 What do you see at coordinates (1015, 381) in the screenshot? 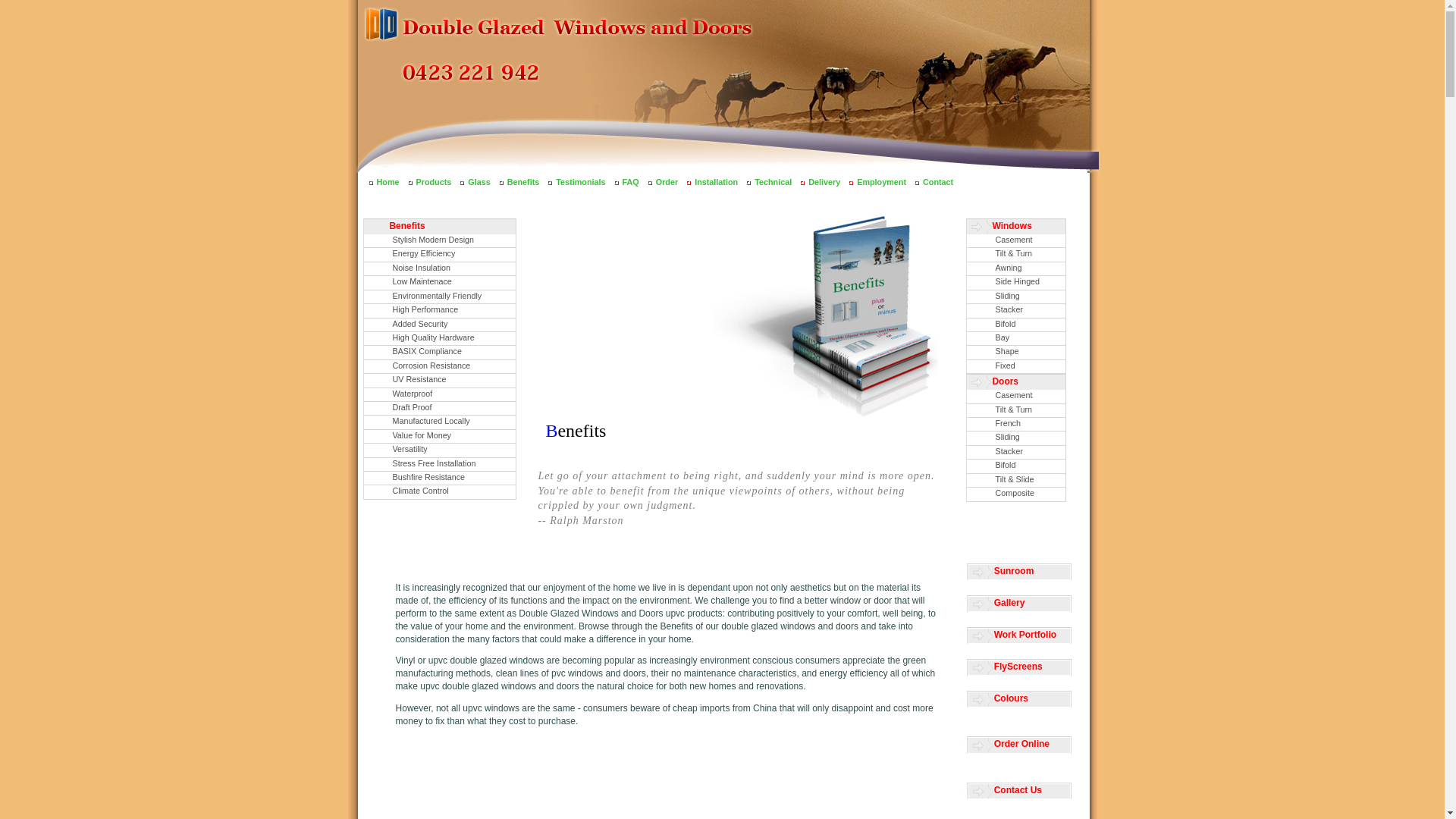
I see `'Doors'` at bounding box center [1015, 381].